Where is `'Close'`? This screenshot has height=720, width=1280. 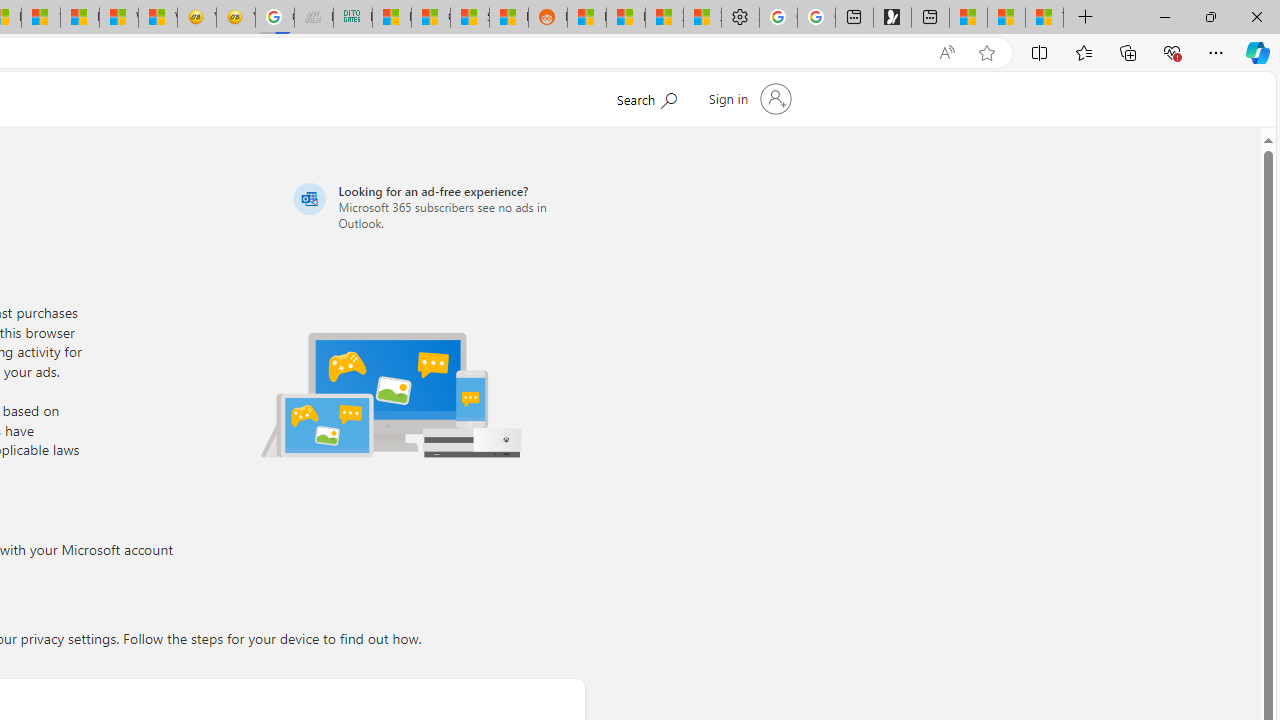
'Close' is located at coordinates (1255, 16).